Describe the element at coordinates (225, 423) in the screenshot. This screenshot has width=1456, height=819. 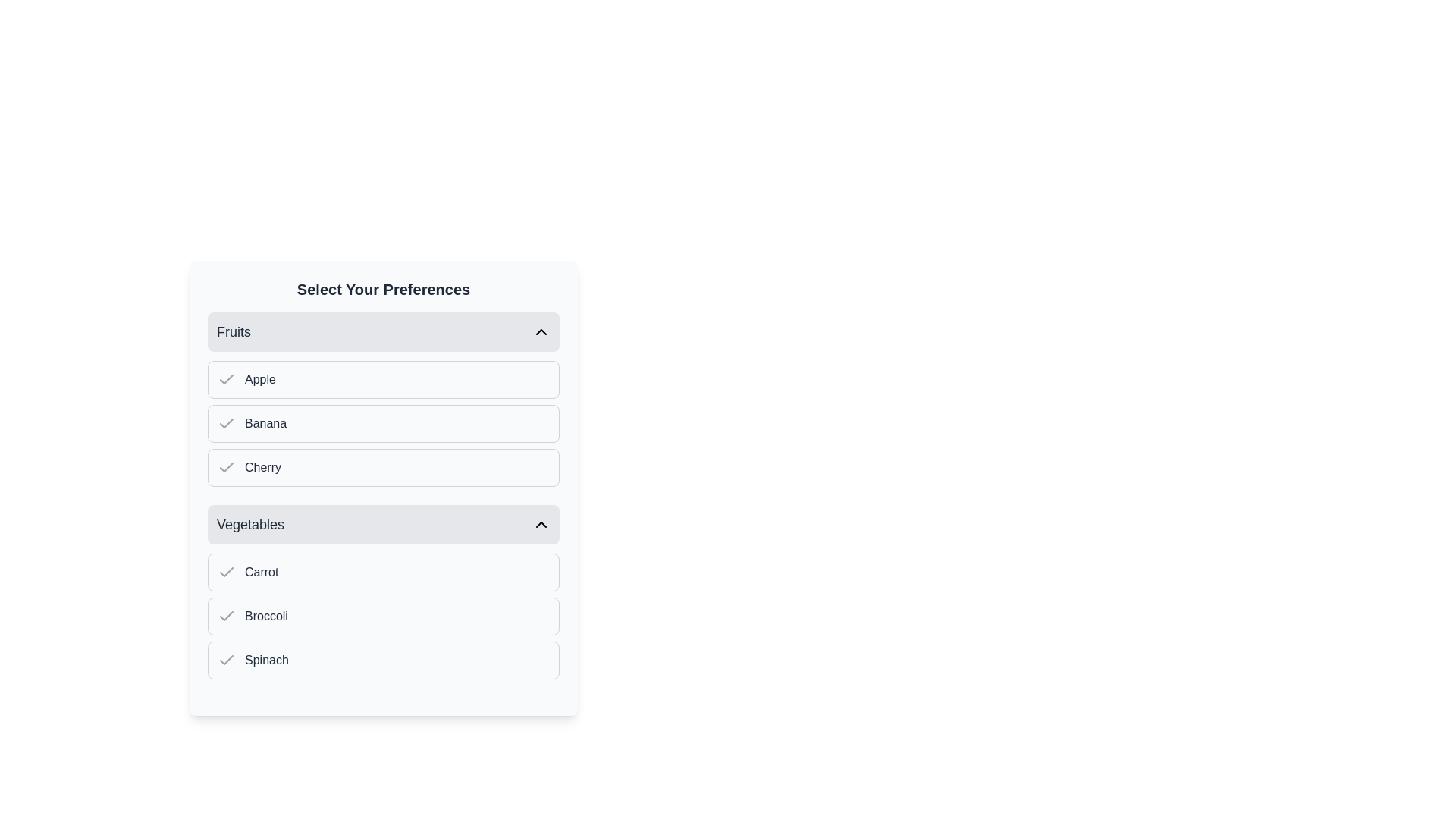
I see `the checkmark icon for the 'Banana' list item in the 'Fruits' section to change its selection state` at that location.